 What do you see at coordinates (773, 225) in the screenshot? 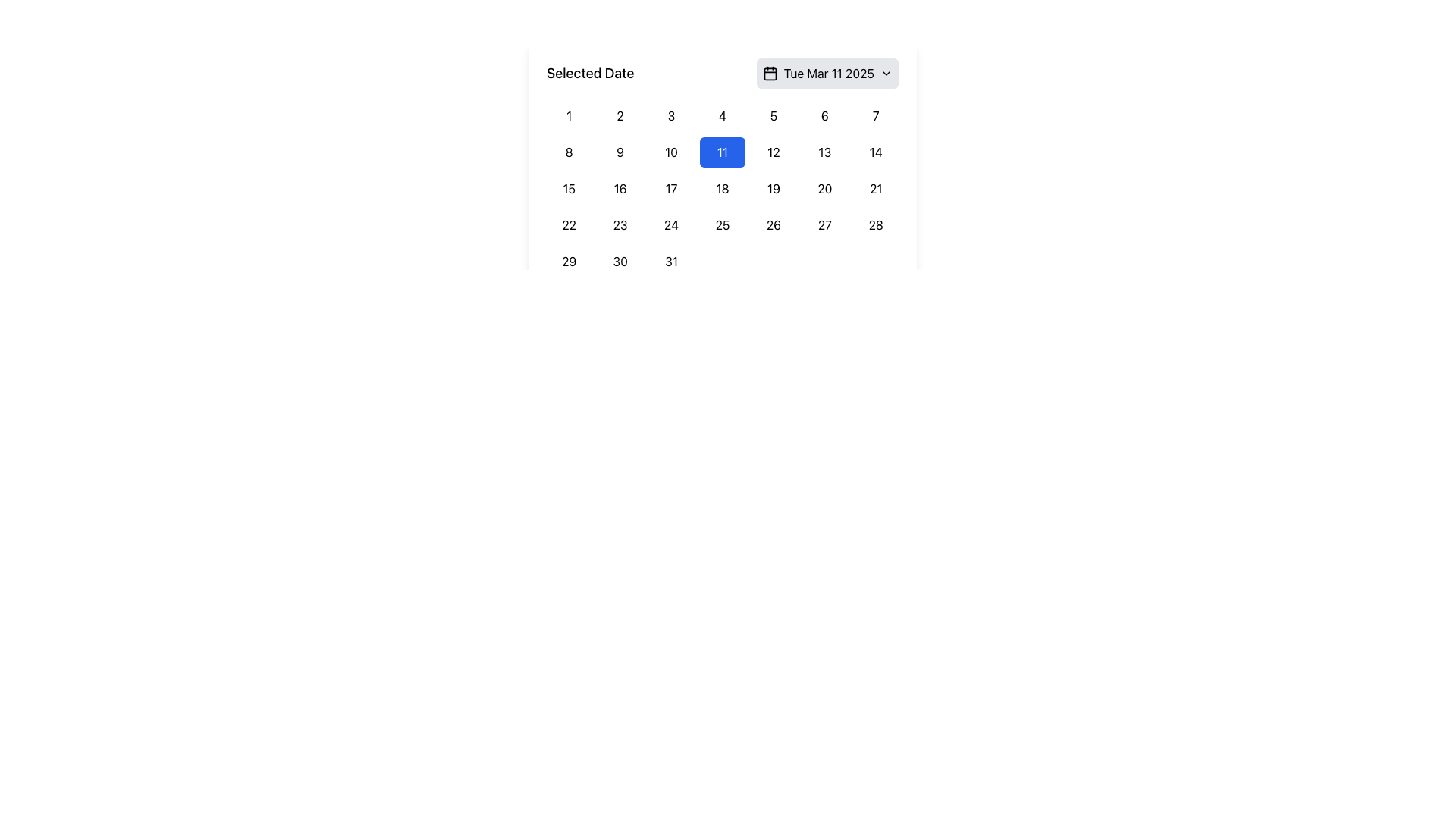
I see `the calendar date cell representing the date '26'` at bounding box center [773, 225].